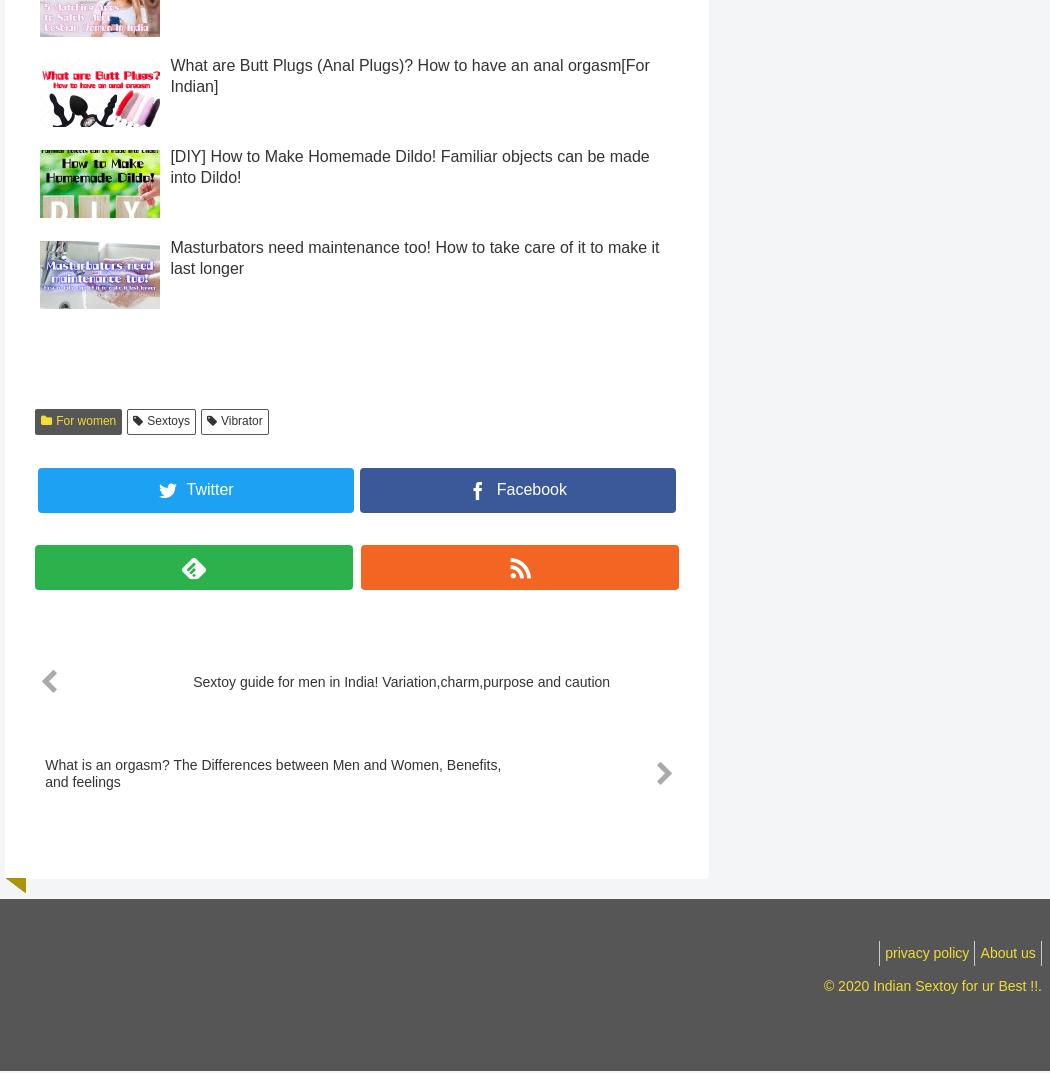 This screenshot has width=1050, height=1073. I want to click on '© 2020 Indian Sextoy for ur Best !!.', so click(932, 1023).